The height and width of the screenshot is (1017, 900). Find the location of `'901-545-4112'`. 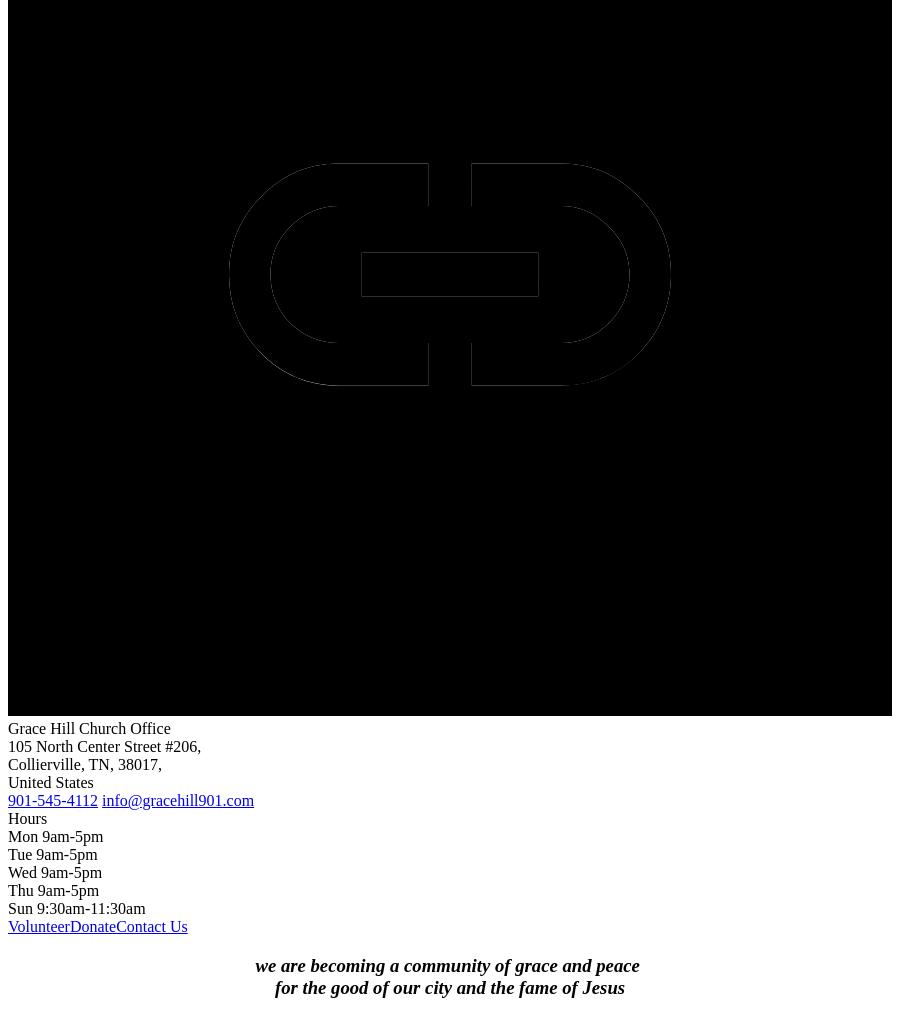

'901-545-4112' is located at coordinates (7, 799).